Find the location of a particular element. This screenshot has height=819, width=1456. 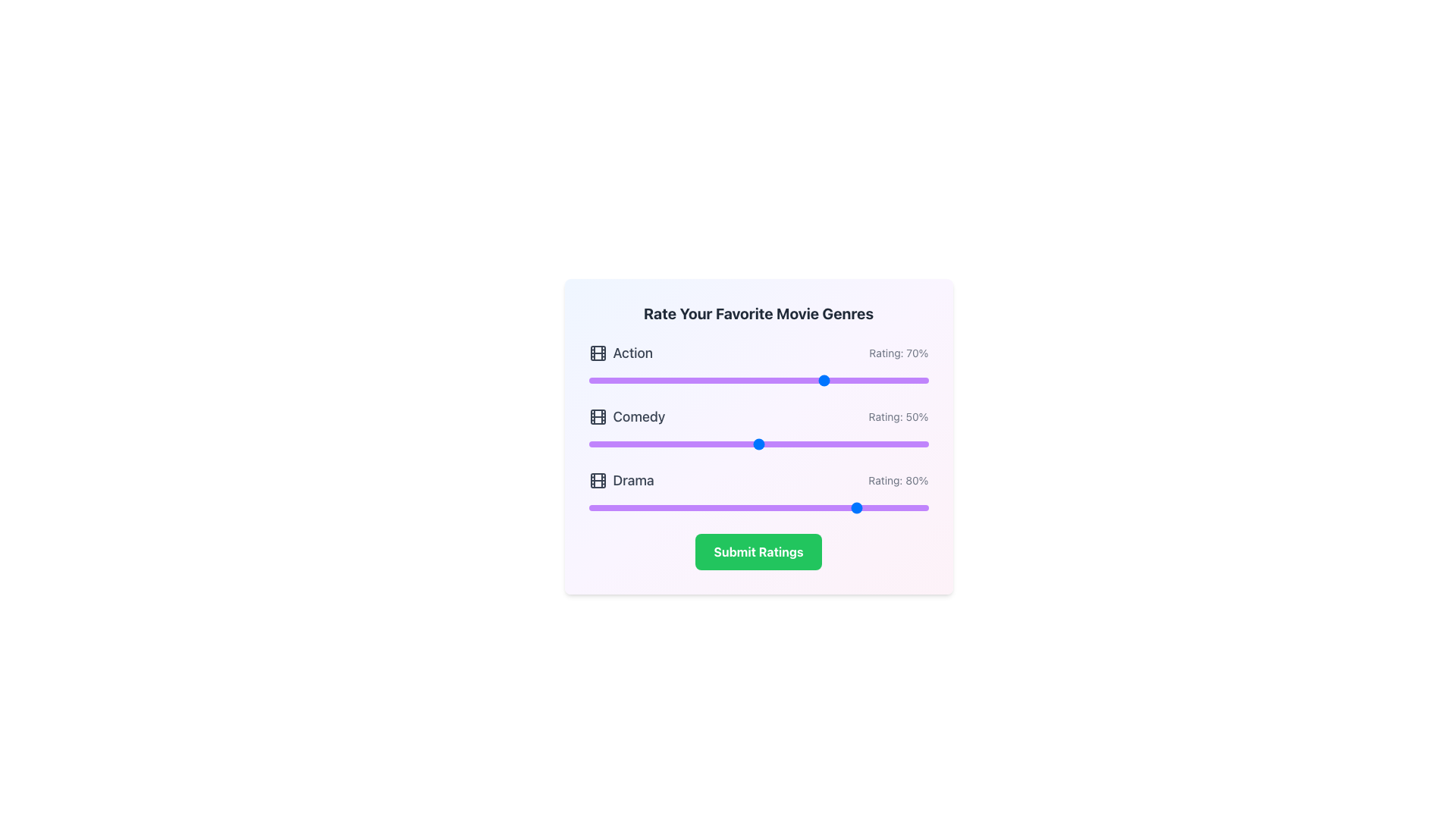

the horizontal range slider with a purple background and a rounded knob, associated with the label 'ComedyRating: 50%' is located at coordinates (758, 444).